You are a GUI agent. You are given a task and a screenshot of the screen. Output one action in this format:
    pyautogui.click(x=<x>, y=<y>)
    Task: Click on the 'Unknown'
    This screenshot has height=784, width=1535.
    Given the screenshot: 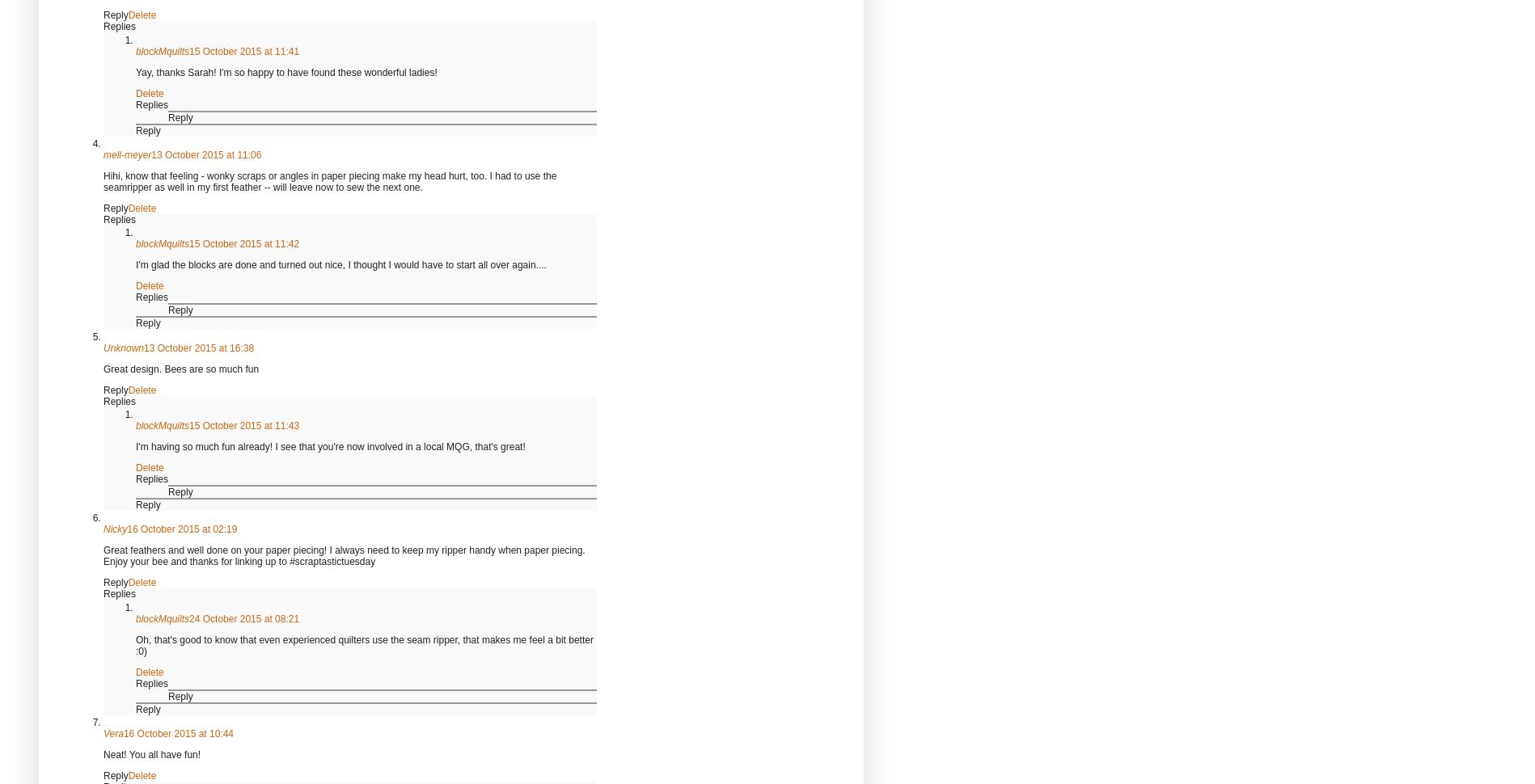 What is the action you would take?
    pyautogui.click(x=123, y=348)
    